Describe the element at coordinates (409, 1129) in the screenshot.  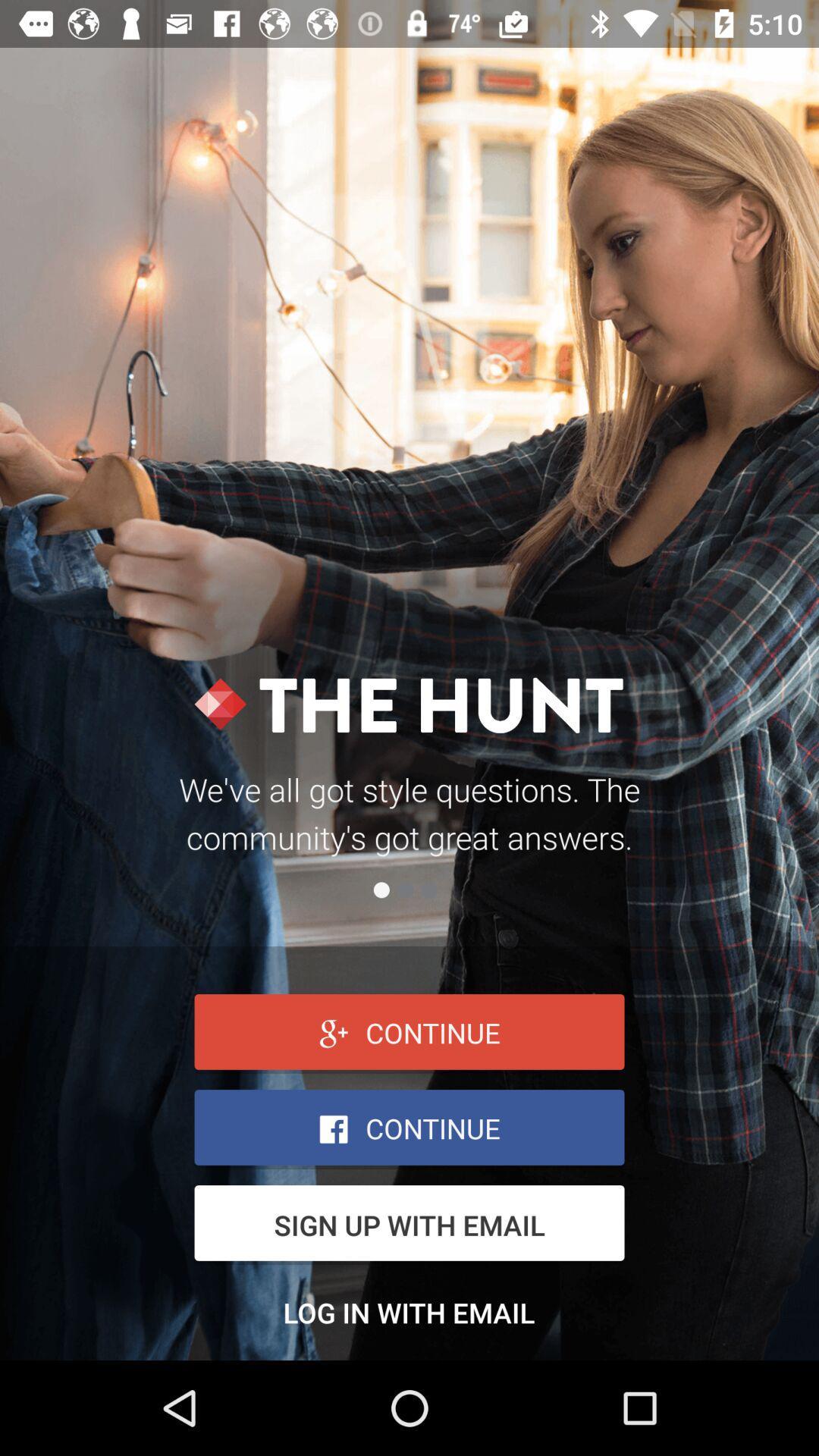
I see `facebook` at that location.